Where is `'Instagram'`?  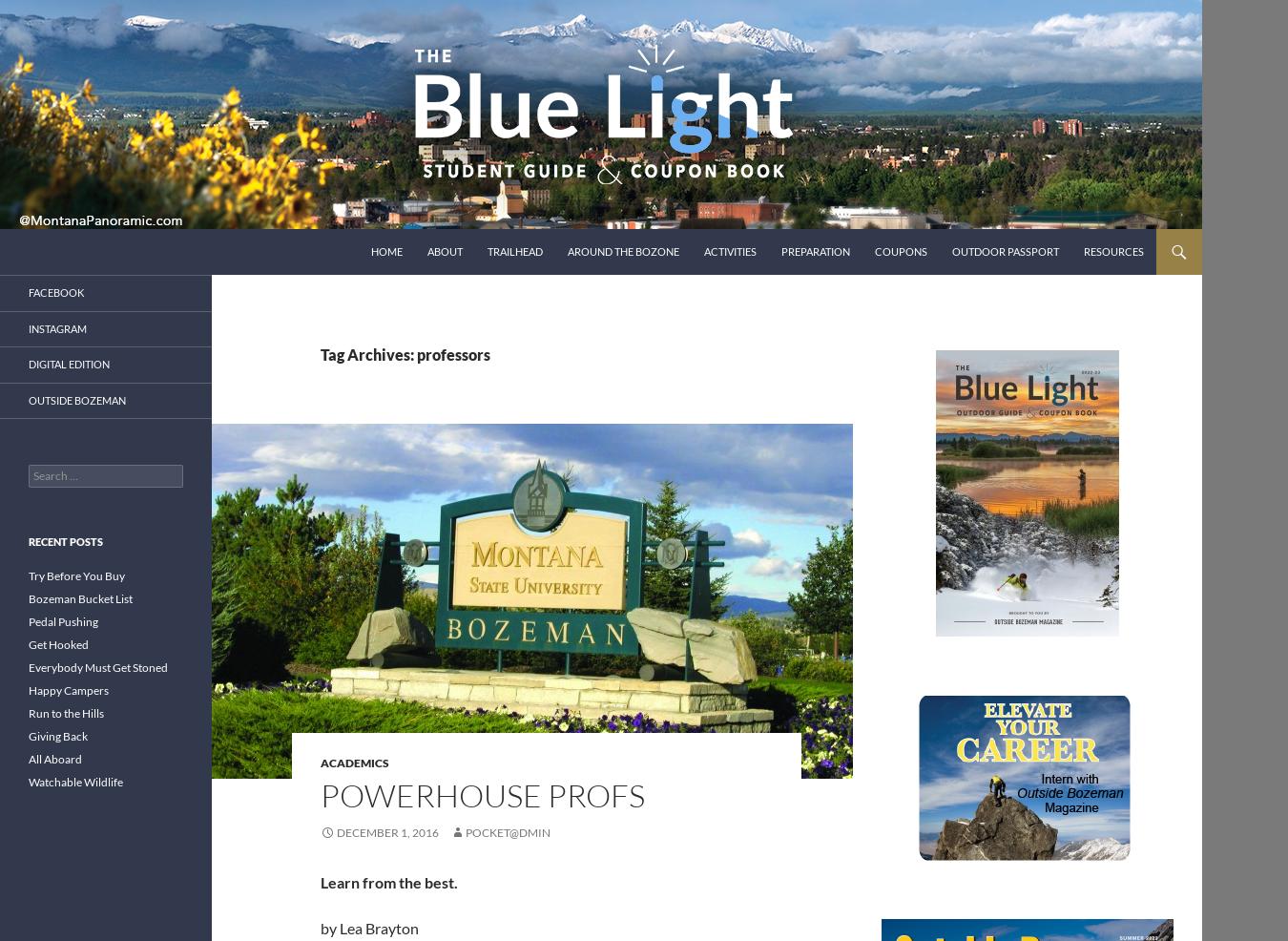
'Instagram' is located at coordinates (56, 326).